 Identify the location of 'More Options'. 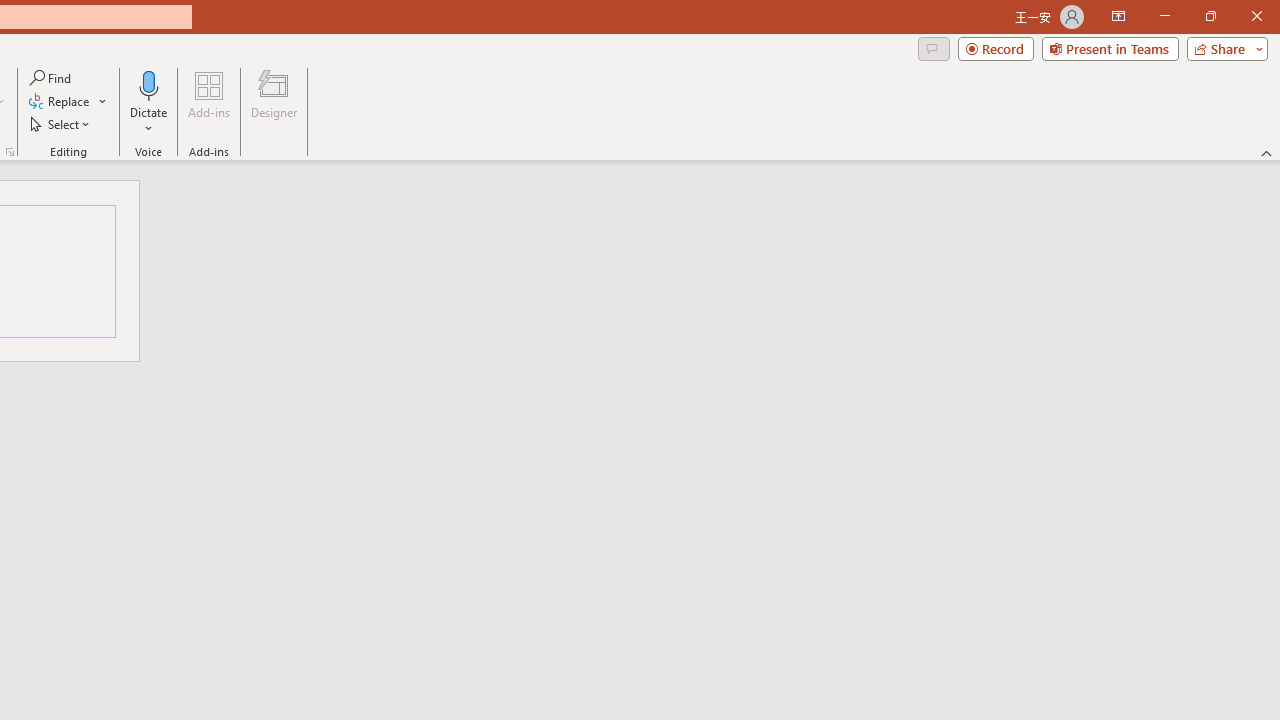
(148, 121).